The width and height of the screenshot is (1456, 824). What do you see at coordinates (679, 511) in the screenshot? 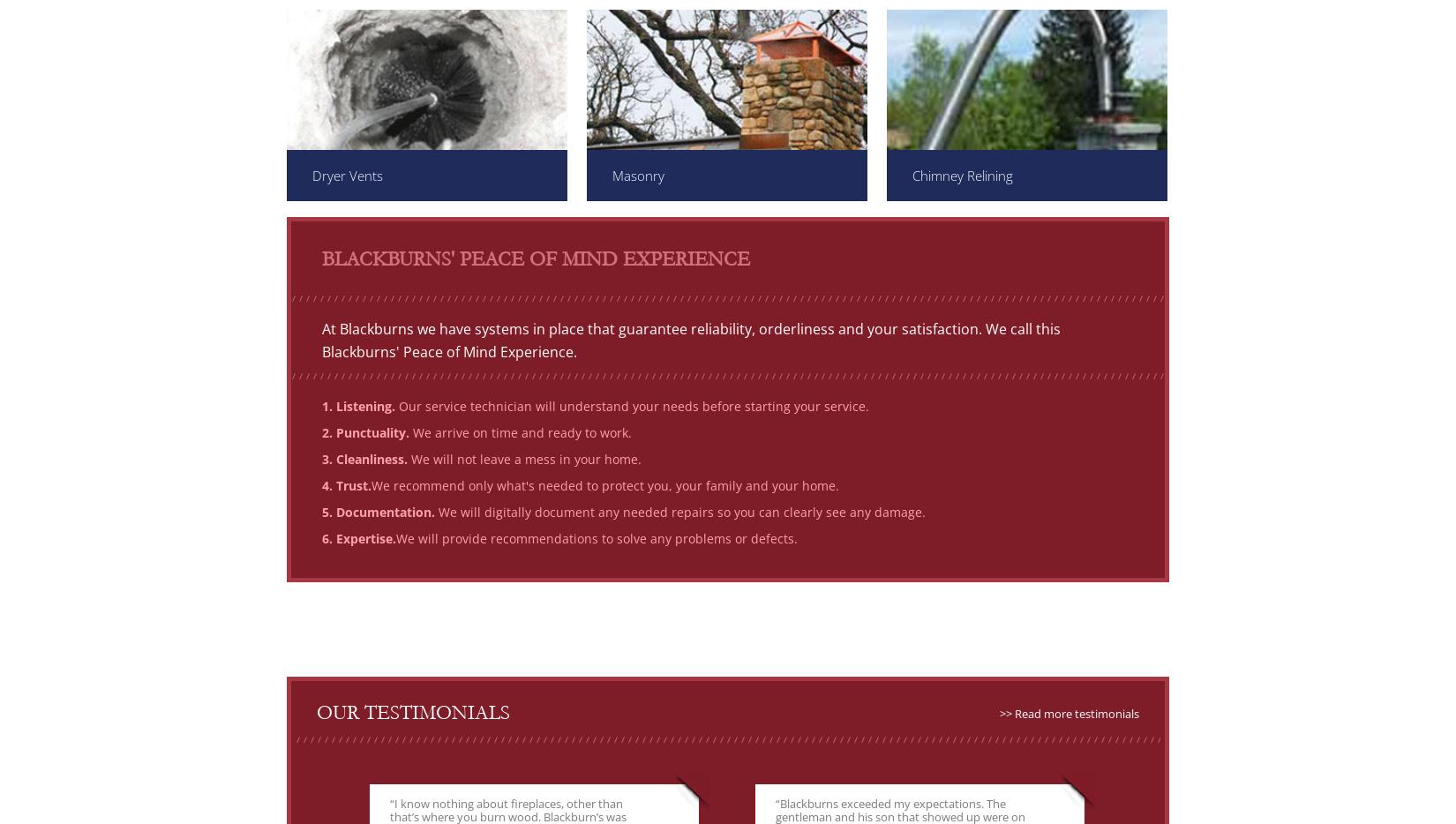
I see `'We will digitally document any needed repairs so you can clearly see any damage.'` at bounding box center [679, 511].